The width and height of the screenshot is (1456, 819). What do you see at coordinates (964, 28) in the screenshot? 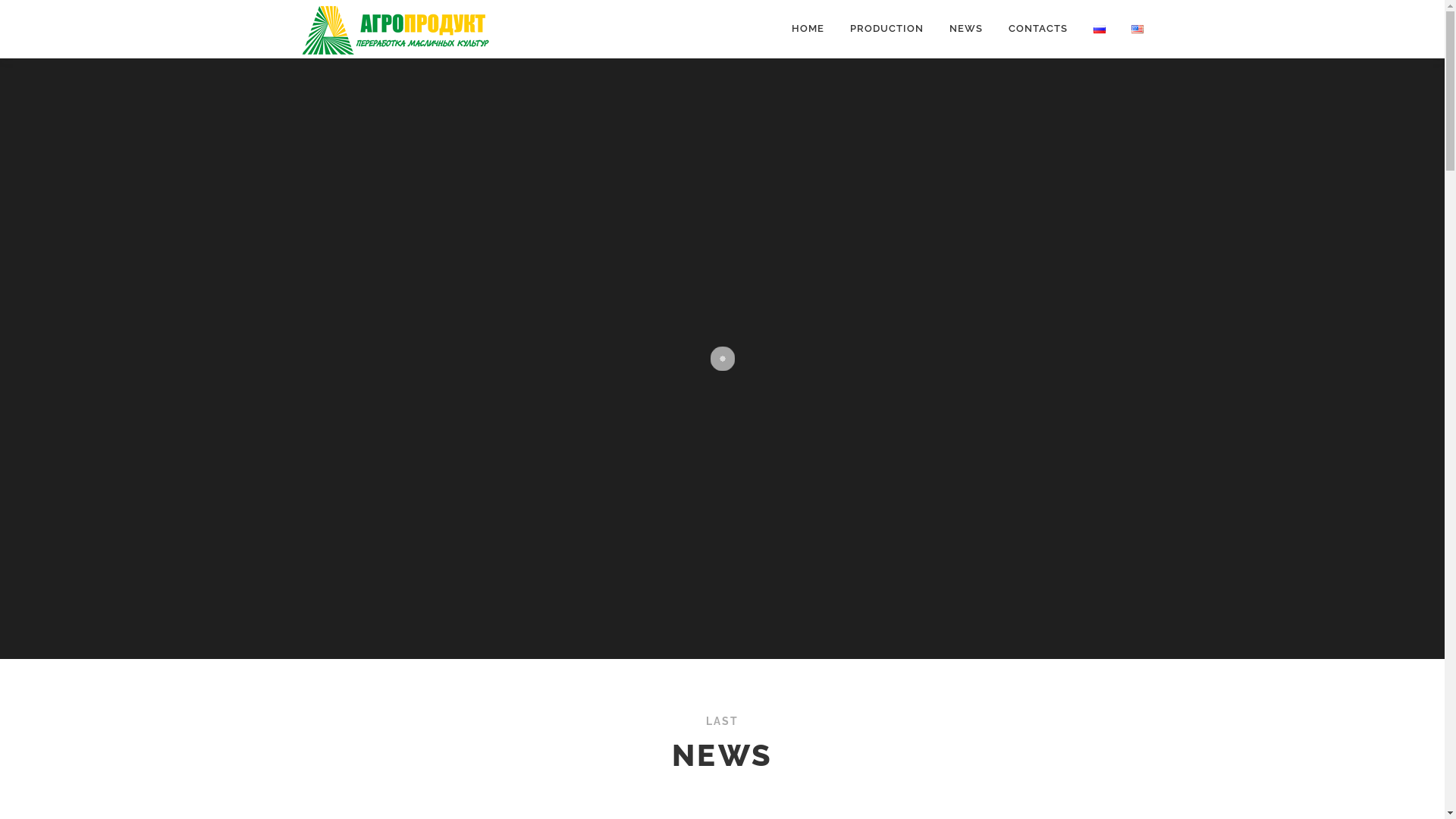
I see `'NEWS'` at bounding box center [964, 28].